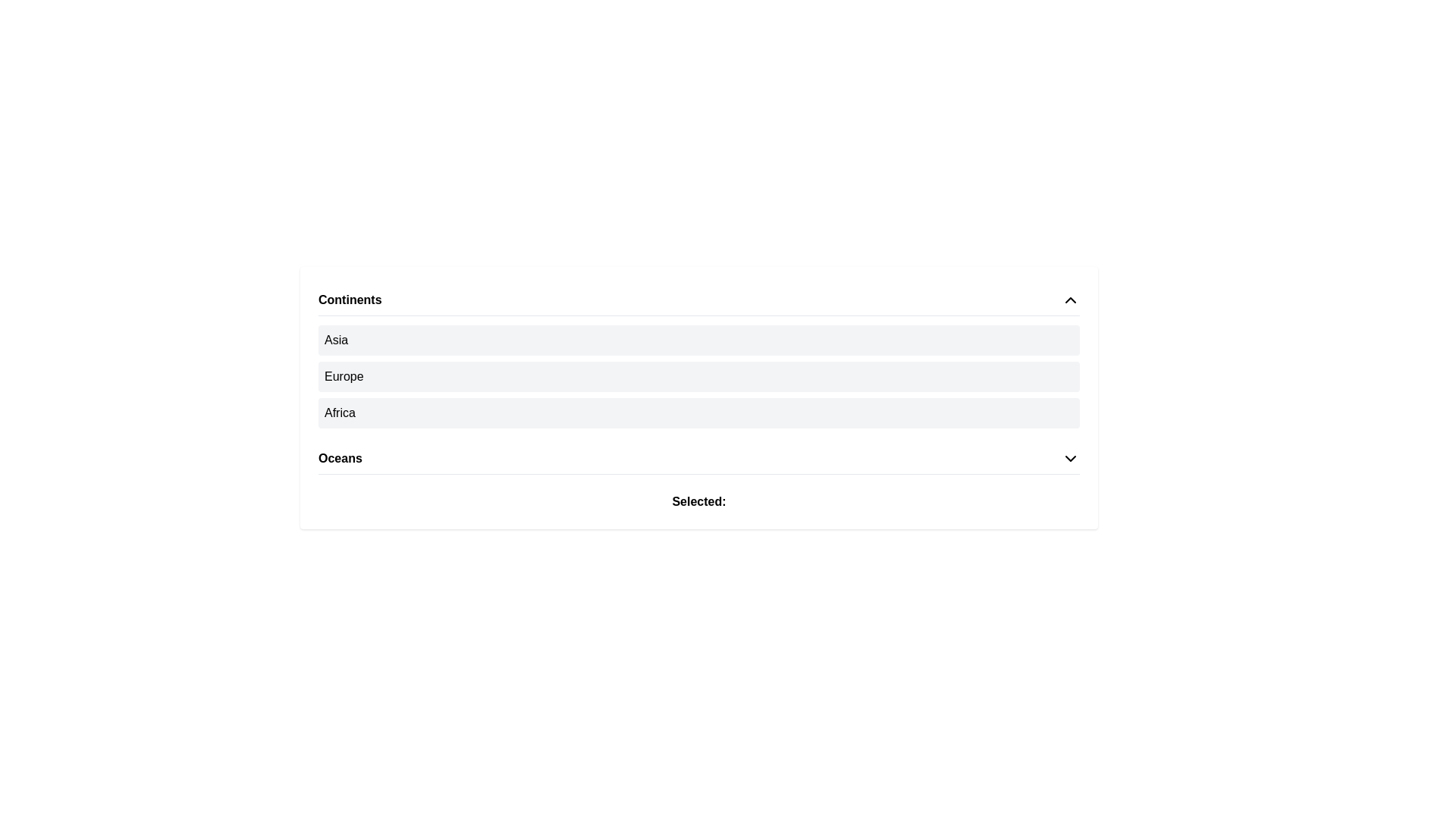 This screenshot has height=819, width=1456. What do you see at coordinates (698, 413) in the screenshot?
I see `the List item labeled 'Africa' in the vertical list of continents` at bounding box center [698, 413].